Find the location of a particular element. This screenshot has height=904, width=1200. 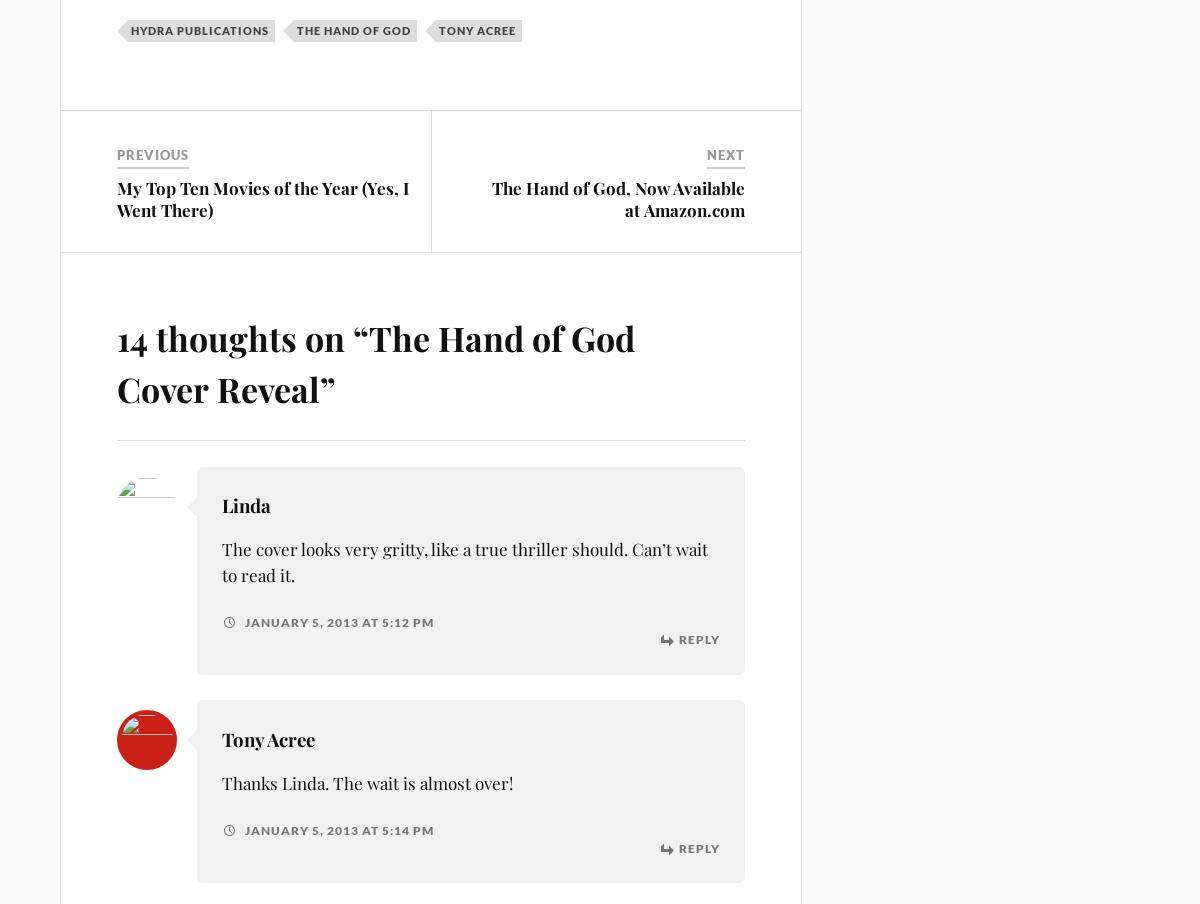

'January 5, 2013 at 5:12 pm' is located at coordinates (338, 620).